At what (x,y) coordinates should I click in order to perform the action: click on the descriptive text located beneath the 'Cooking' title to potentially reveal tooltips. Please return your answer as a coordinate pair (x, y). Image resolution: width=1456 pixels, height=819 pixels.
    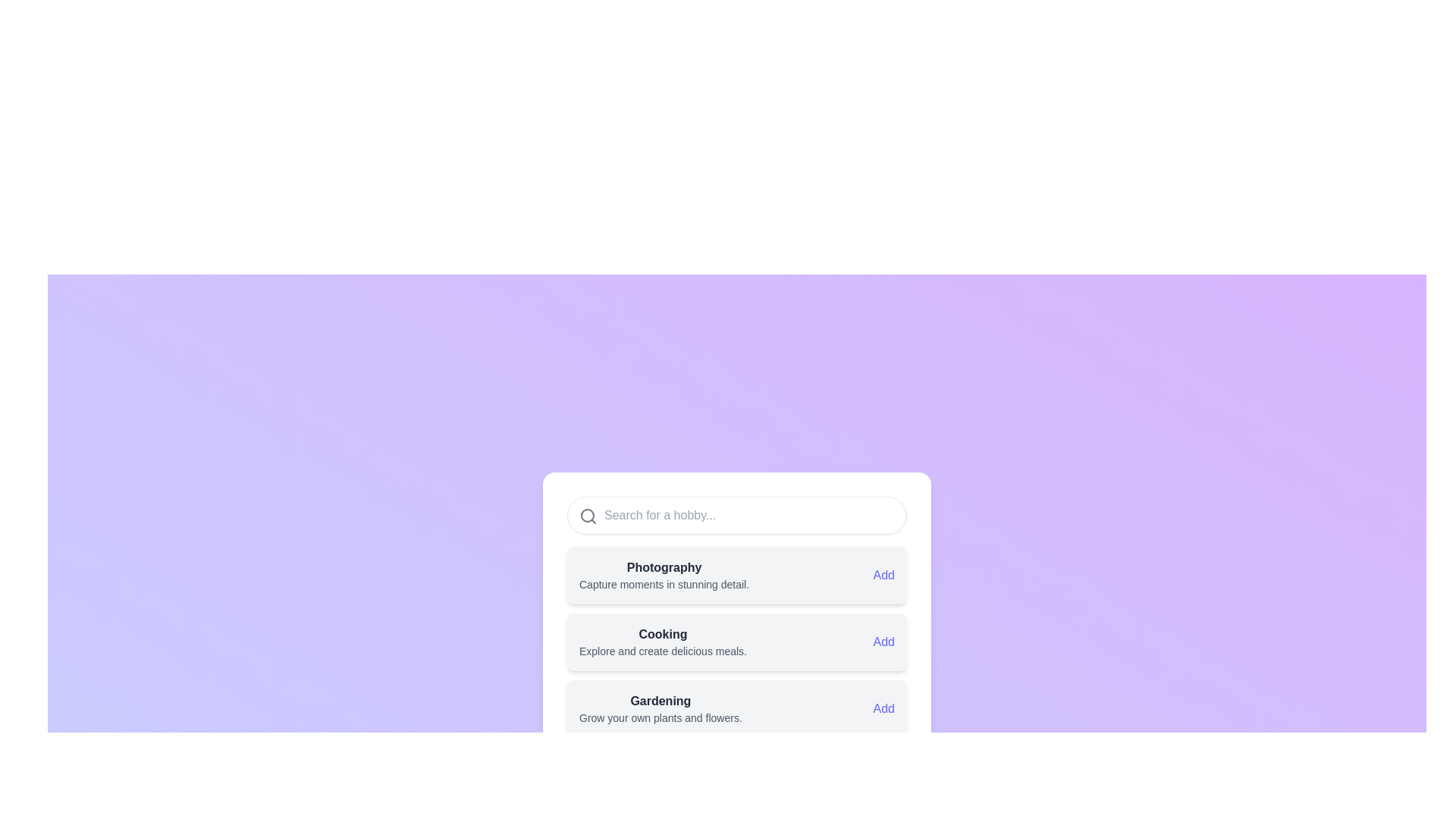
    Looking at the image, I should click on (663, 651).